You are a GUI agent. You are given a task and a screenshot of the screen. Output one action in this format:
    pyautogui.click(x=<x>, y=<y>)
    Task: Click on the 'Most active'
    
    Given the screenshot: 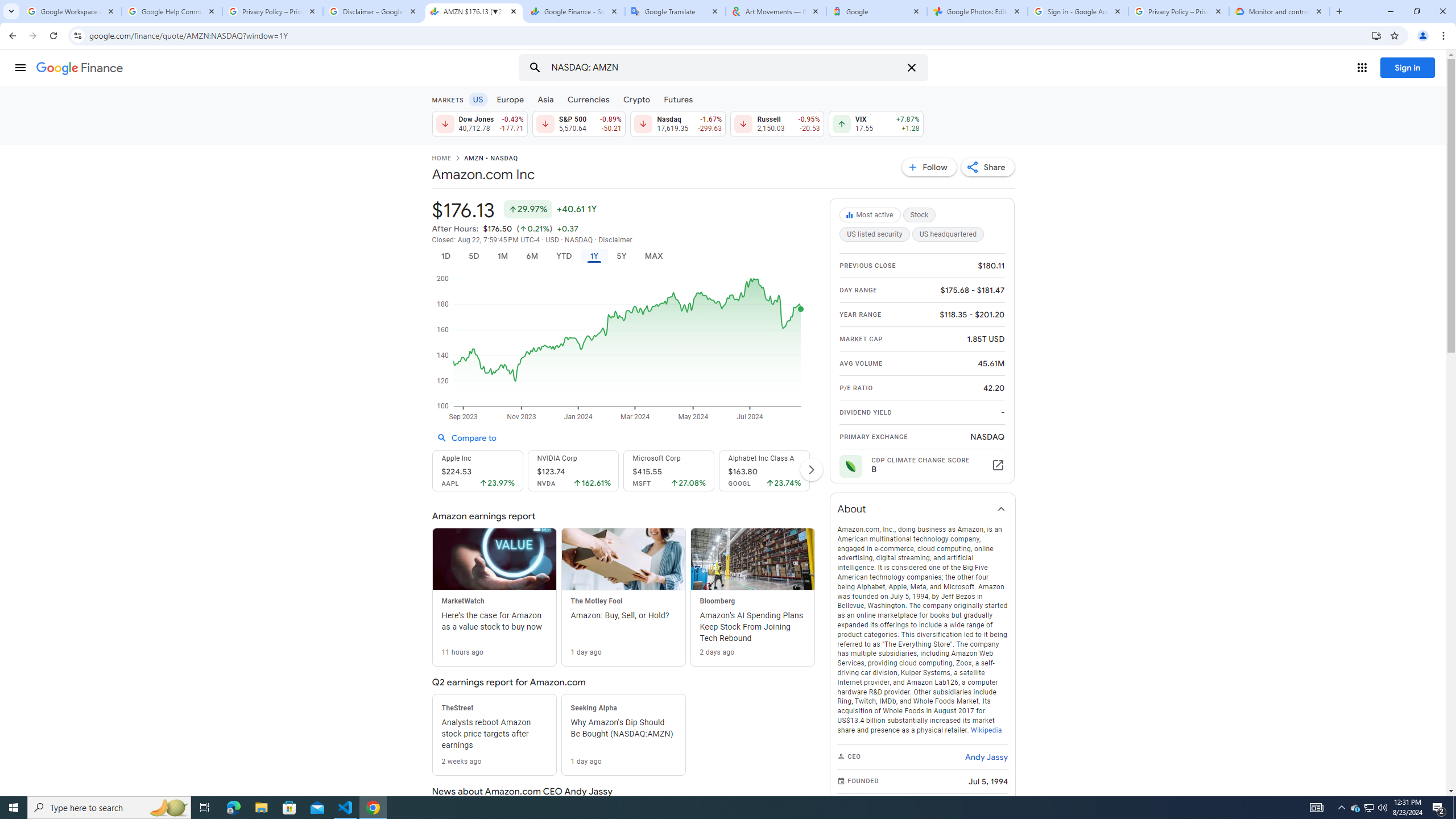 What is the action you would take?
    pyautogui.click(x=871, y=215)
    